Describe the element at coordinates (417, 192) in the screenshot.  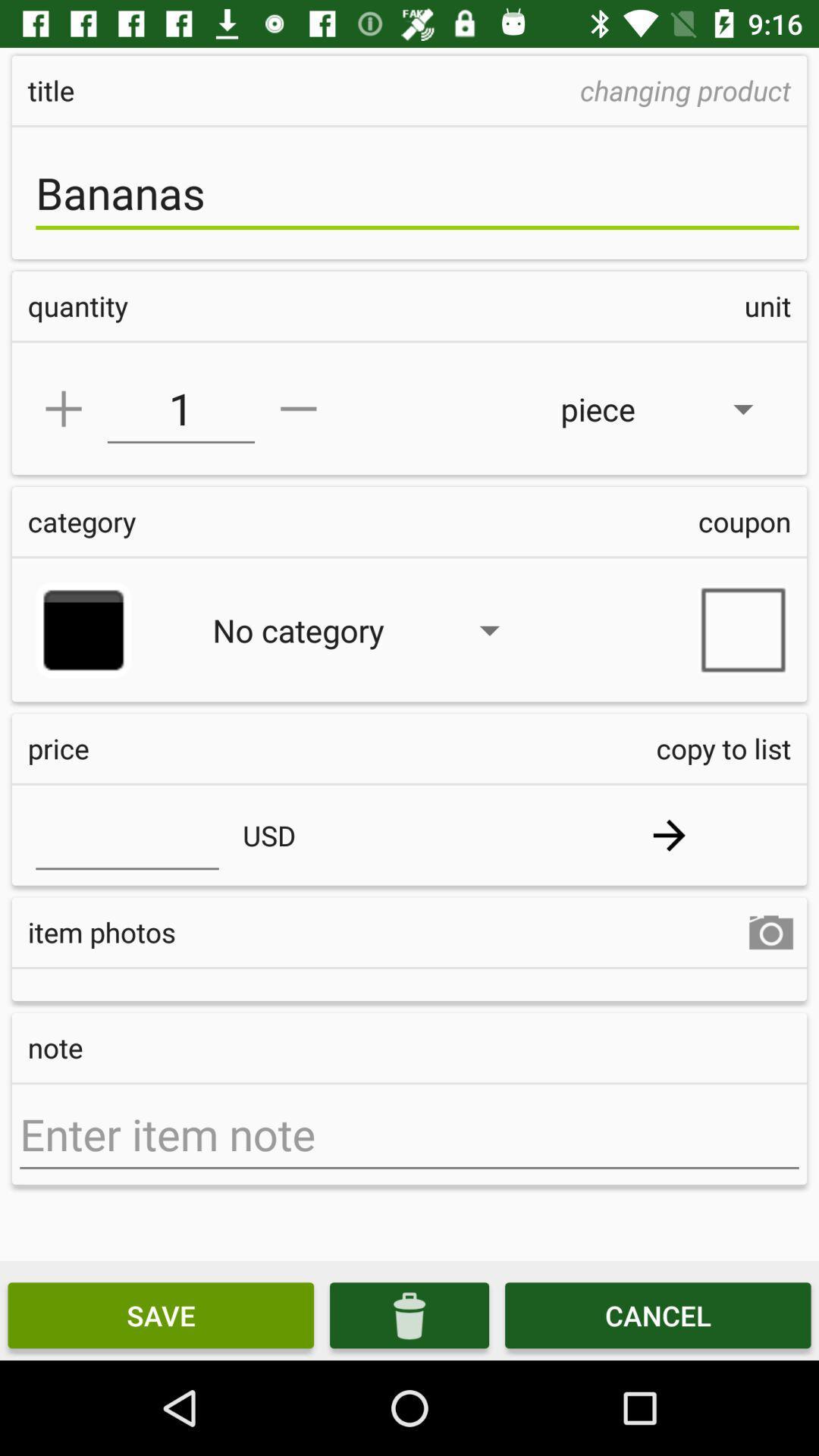
I see `bananas` at that location.